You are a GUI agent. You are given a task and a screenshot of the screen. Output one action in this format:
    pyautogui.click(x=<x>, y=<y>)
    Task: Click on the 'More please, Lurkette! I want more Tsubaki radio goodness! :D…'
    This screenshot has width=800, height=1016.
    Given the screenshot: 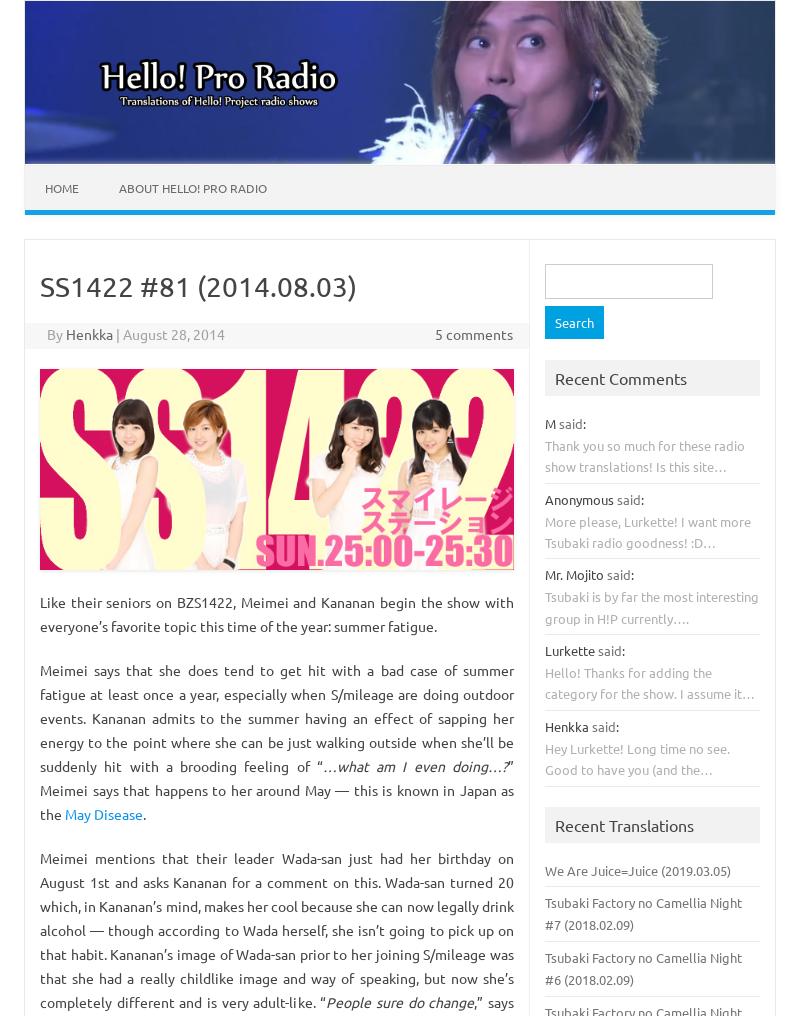 What is the action you would take?
    pyautogui.click(x=646, y=529)
    